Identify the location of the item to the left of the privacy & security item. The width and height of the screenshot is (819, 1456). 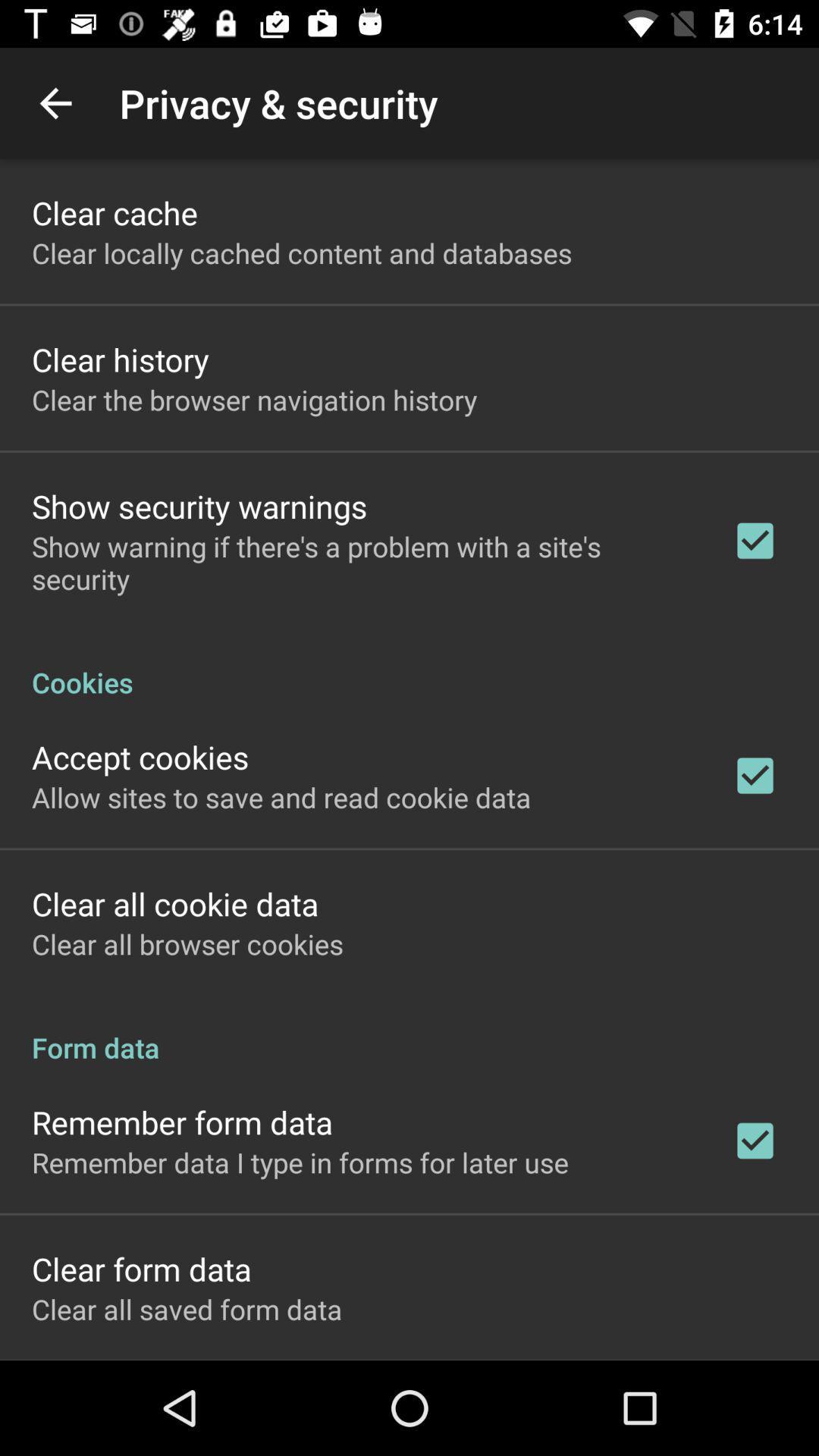
(55, 102).